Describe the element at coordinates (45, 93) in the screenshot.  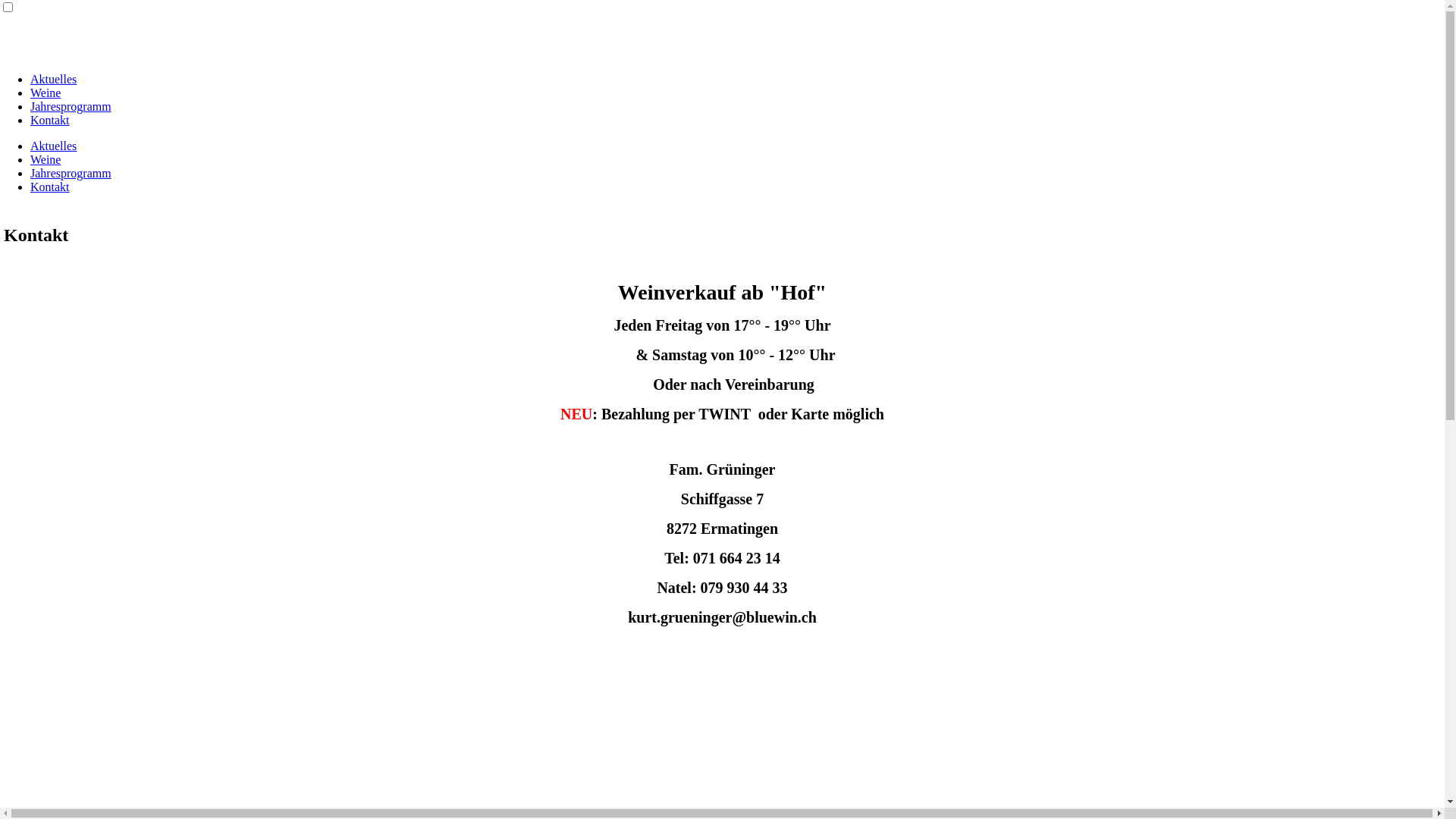
I see `'Weine'` at that location.